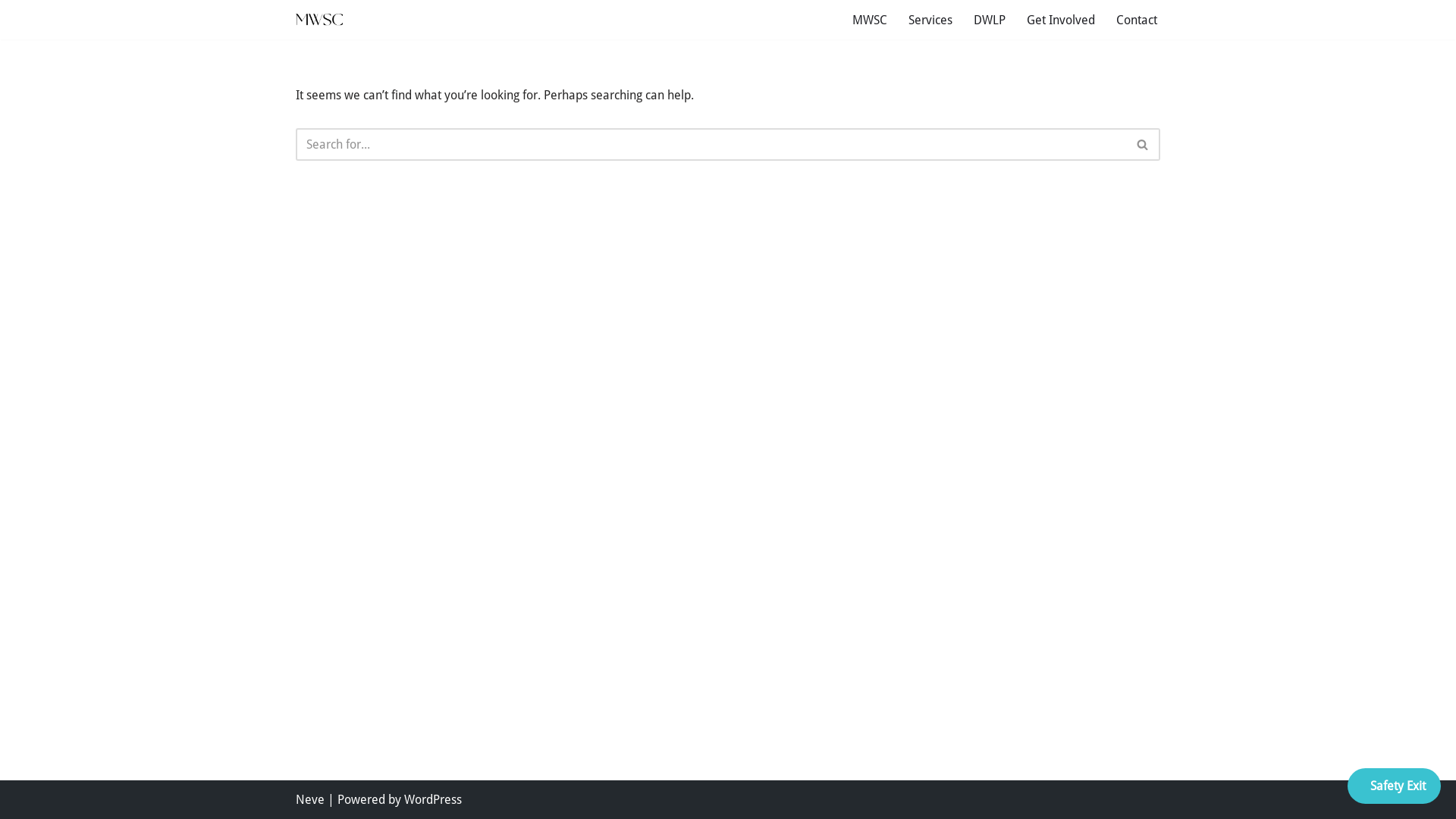 This screenshot has height=819, width=1456. I want to click on 'Services', so click(930, 20).